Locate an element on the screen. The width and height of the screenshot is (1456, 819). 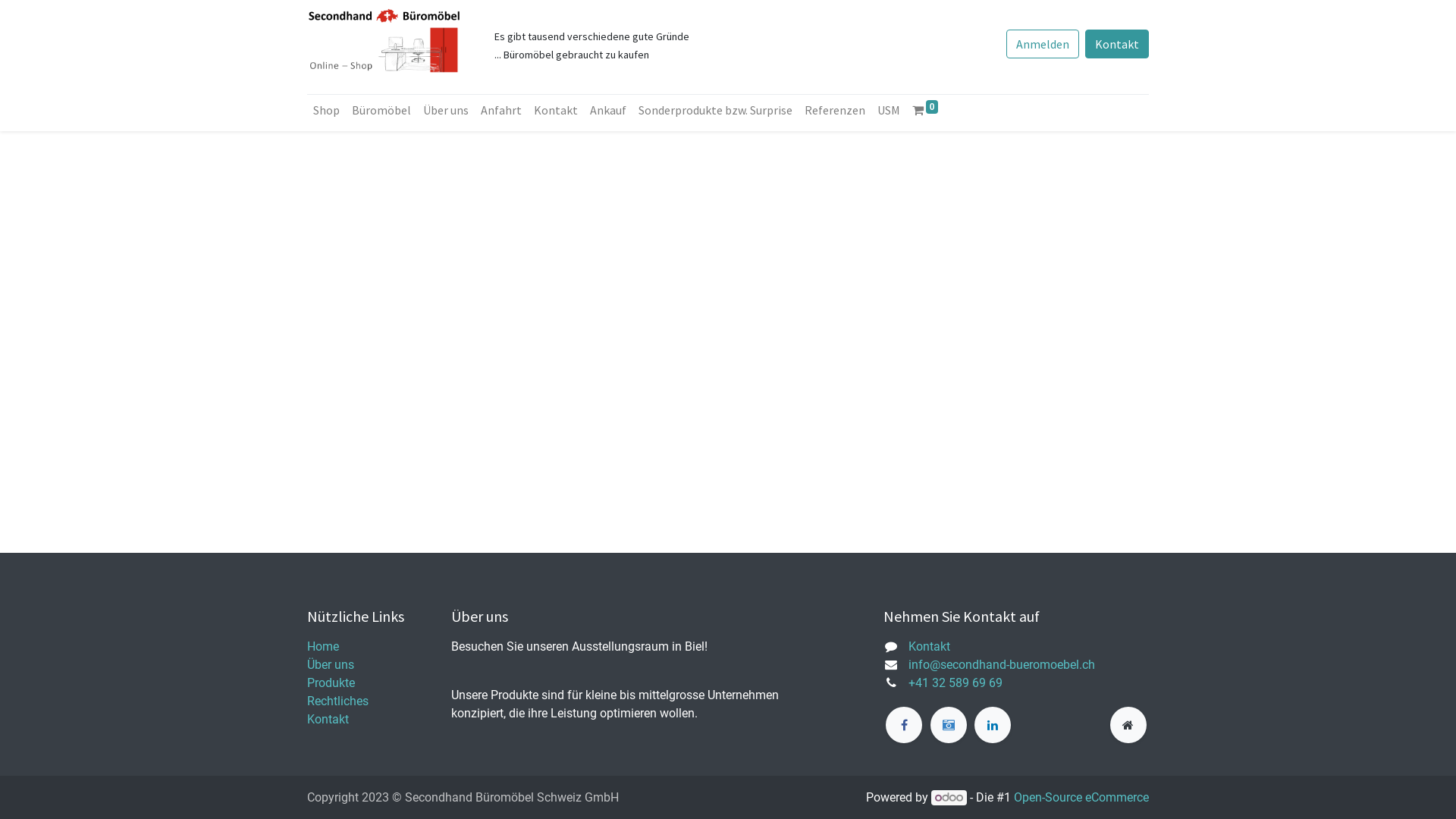
'USM' is located at coordinates (888, 109).